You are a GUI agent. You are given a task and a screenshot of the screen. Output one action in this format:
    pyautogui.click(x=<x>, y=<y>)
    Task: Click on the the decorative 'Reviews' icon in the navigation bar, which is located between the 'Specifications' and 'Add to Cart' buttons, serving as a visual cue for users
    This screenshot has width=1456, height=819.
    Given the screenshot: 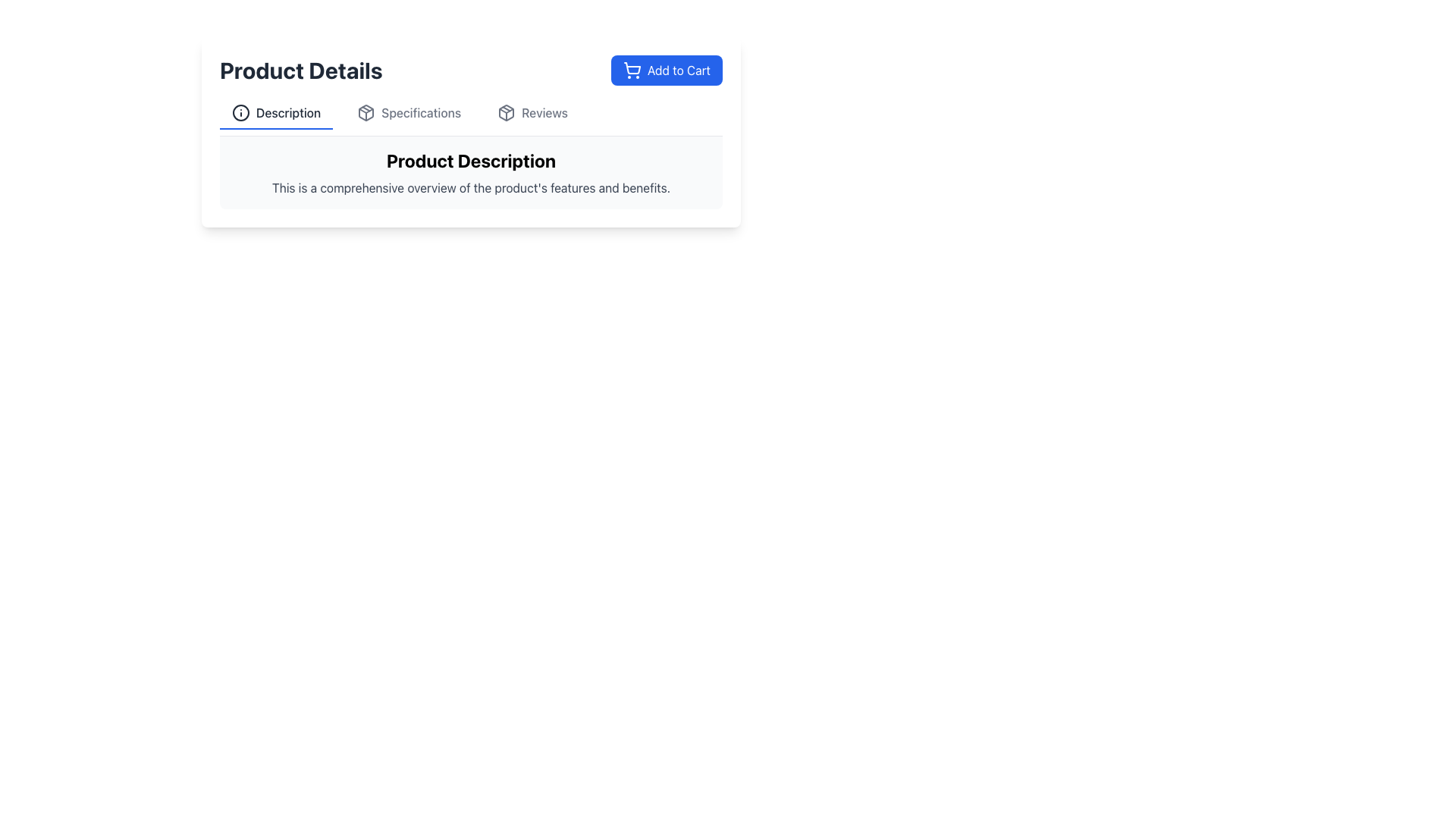 What is the action you would take?
    pyautogui.click(x=507, y=112)
    